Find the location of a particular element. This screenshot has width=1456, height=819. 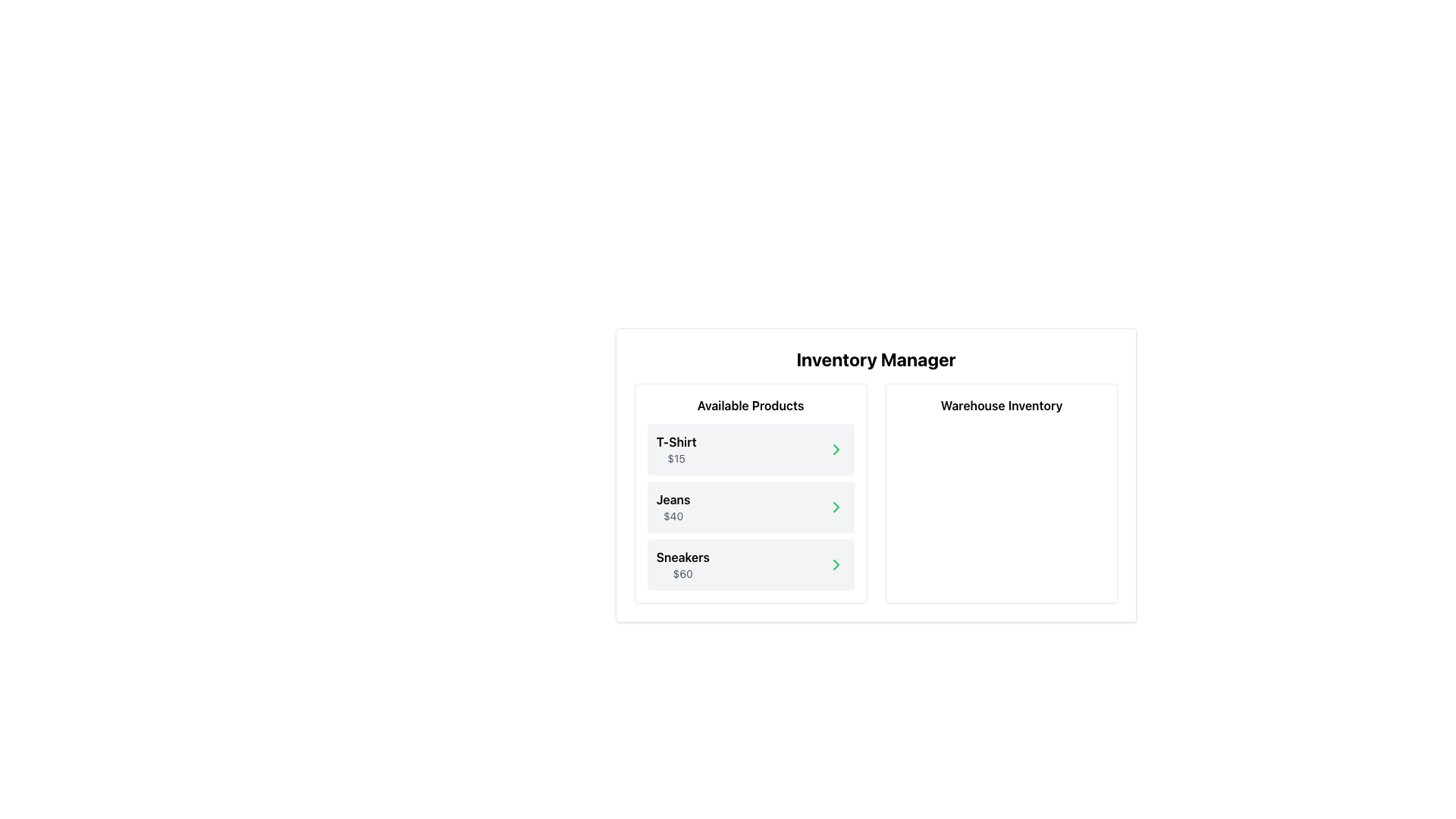

the text label displaying the product 'Jeans' with a price of '$40', which is the second item under the 'Available Products' header is located at coordinates (673, 507).